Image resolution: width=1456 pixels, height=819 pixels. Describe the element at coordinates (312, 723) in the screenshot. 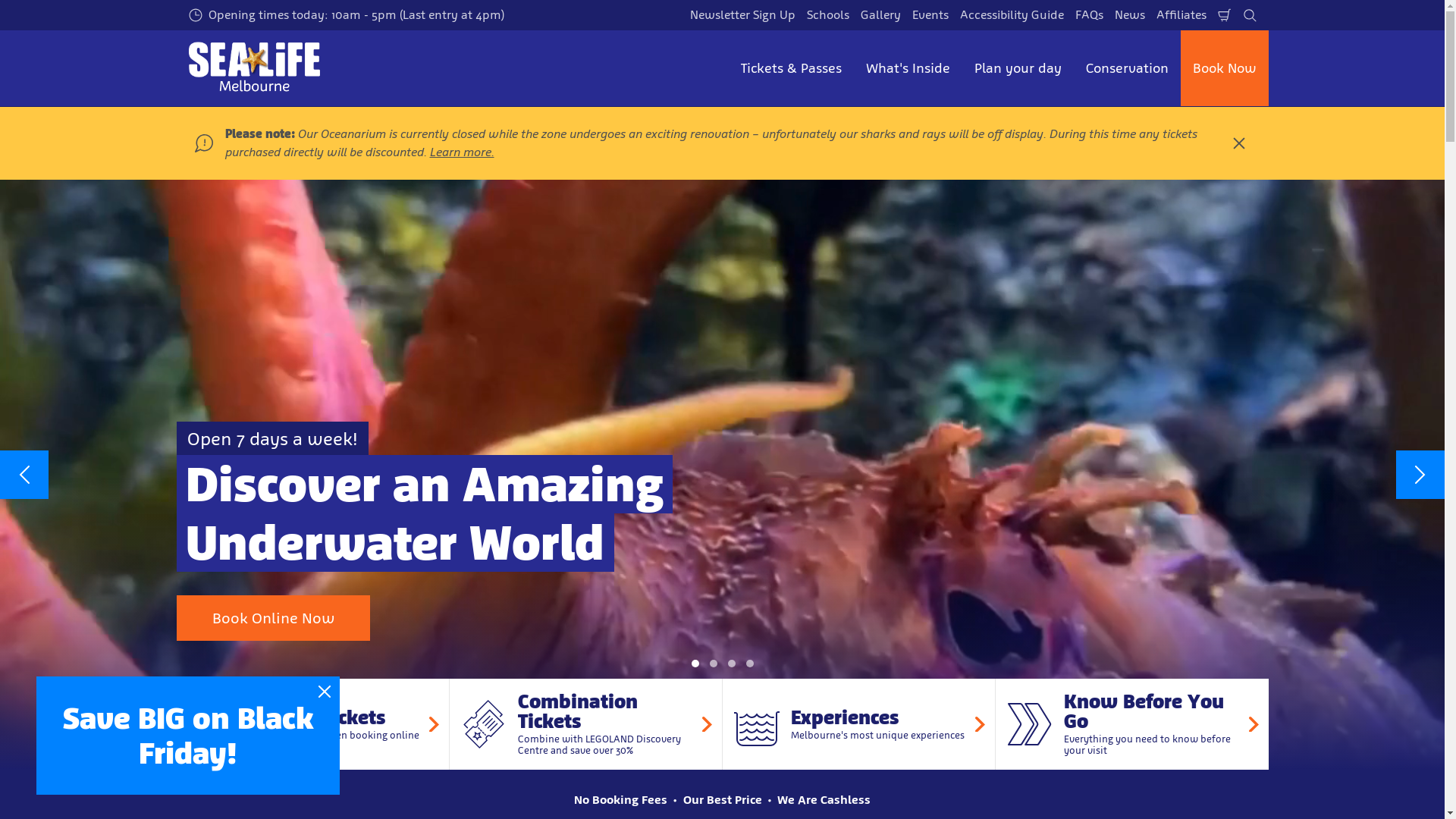

I see `'Popular Tickets` at that location.